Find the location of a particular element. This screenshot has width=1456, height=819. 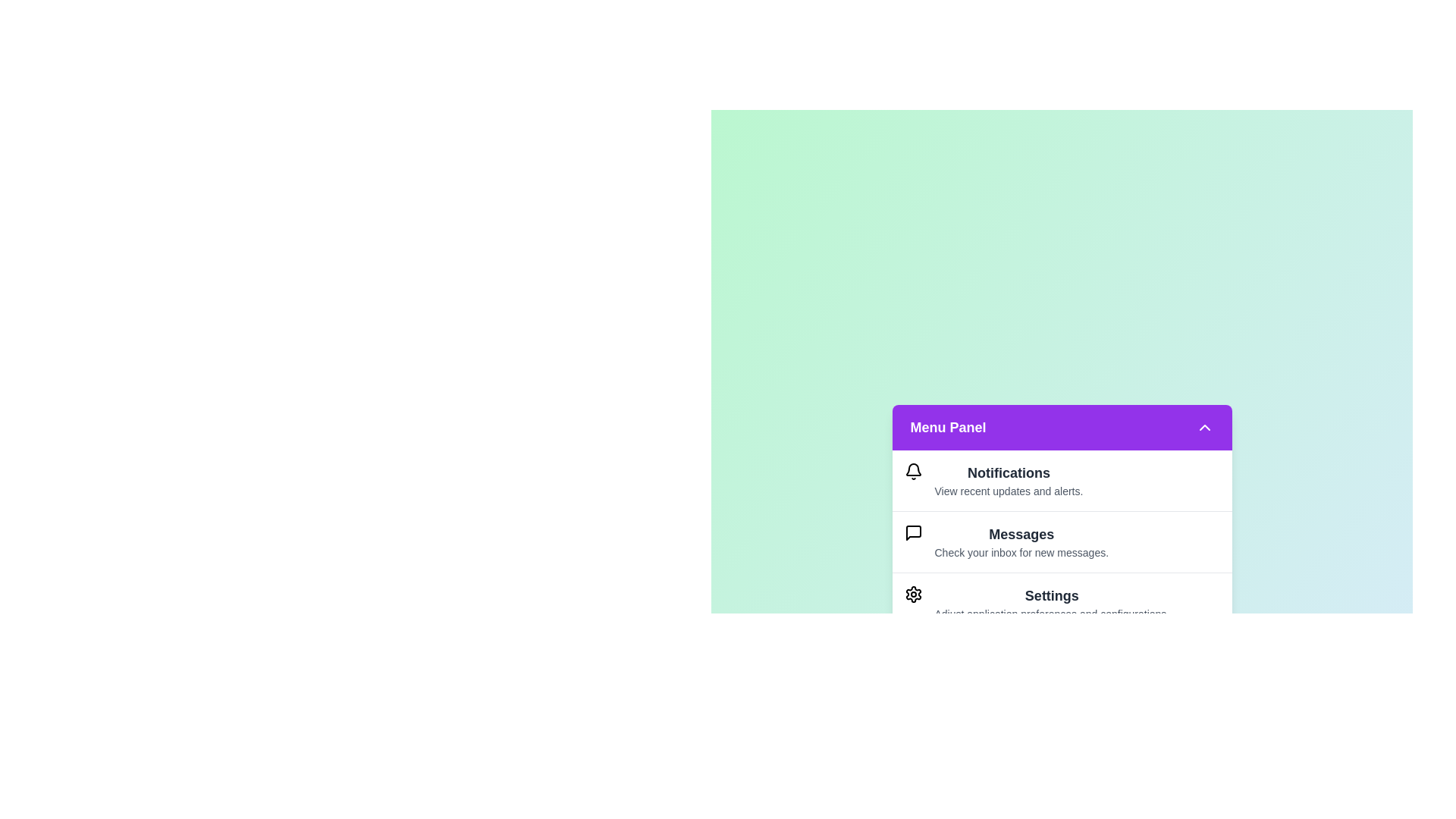

the menu item Messages from the list is located at coordinates (1061, 541).